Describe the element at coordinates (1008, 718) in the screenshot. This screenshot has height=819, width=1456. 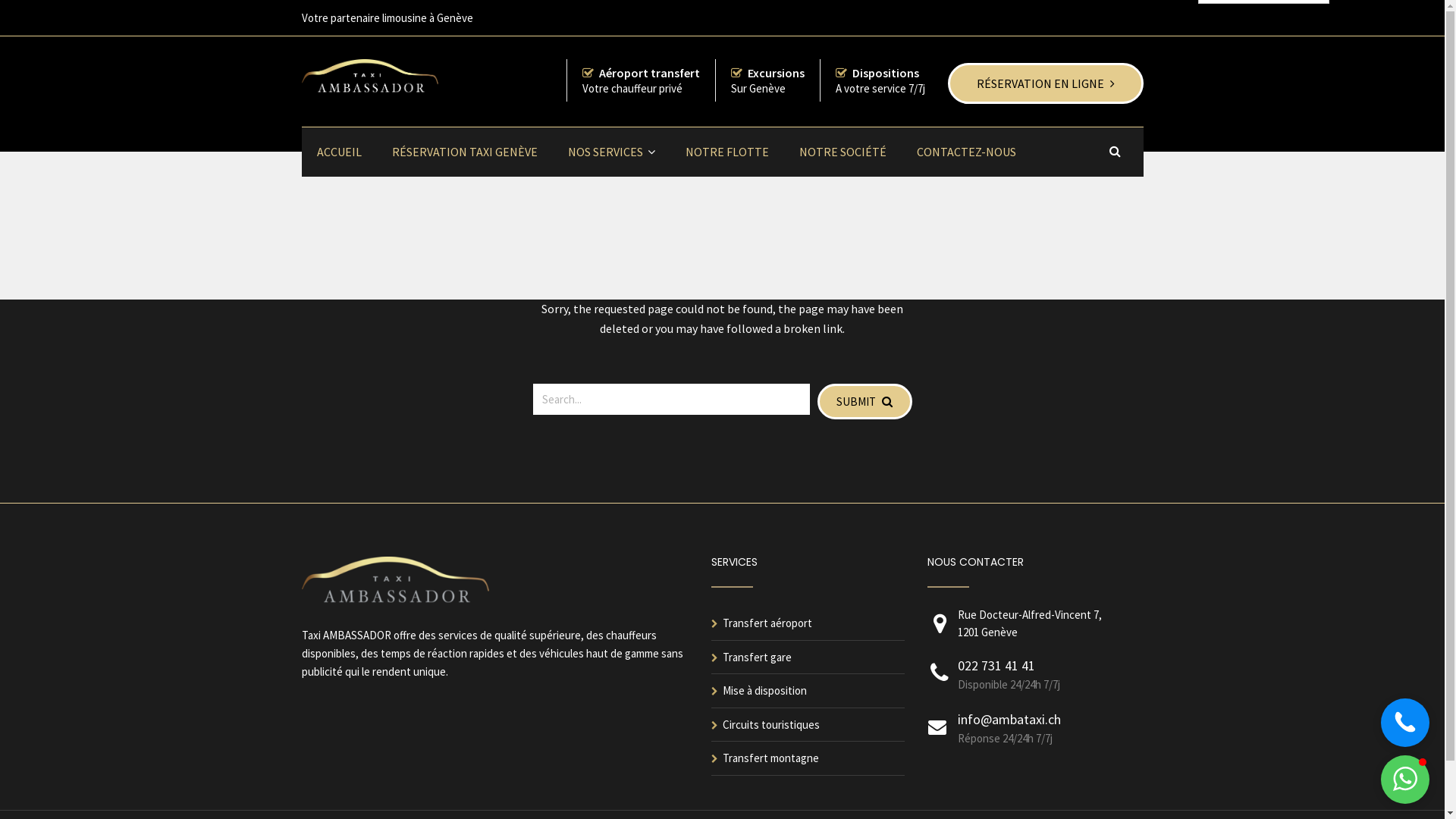
I see `'info@ambataxi.ch'` at that location.